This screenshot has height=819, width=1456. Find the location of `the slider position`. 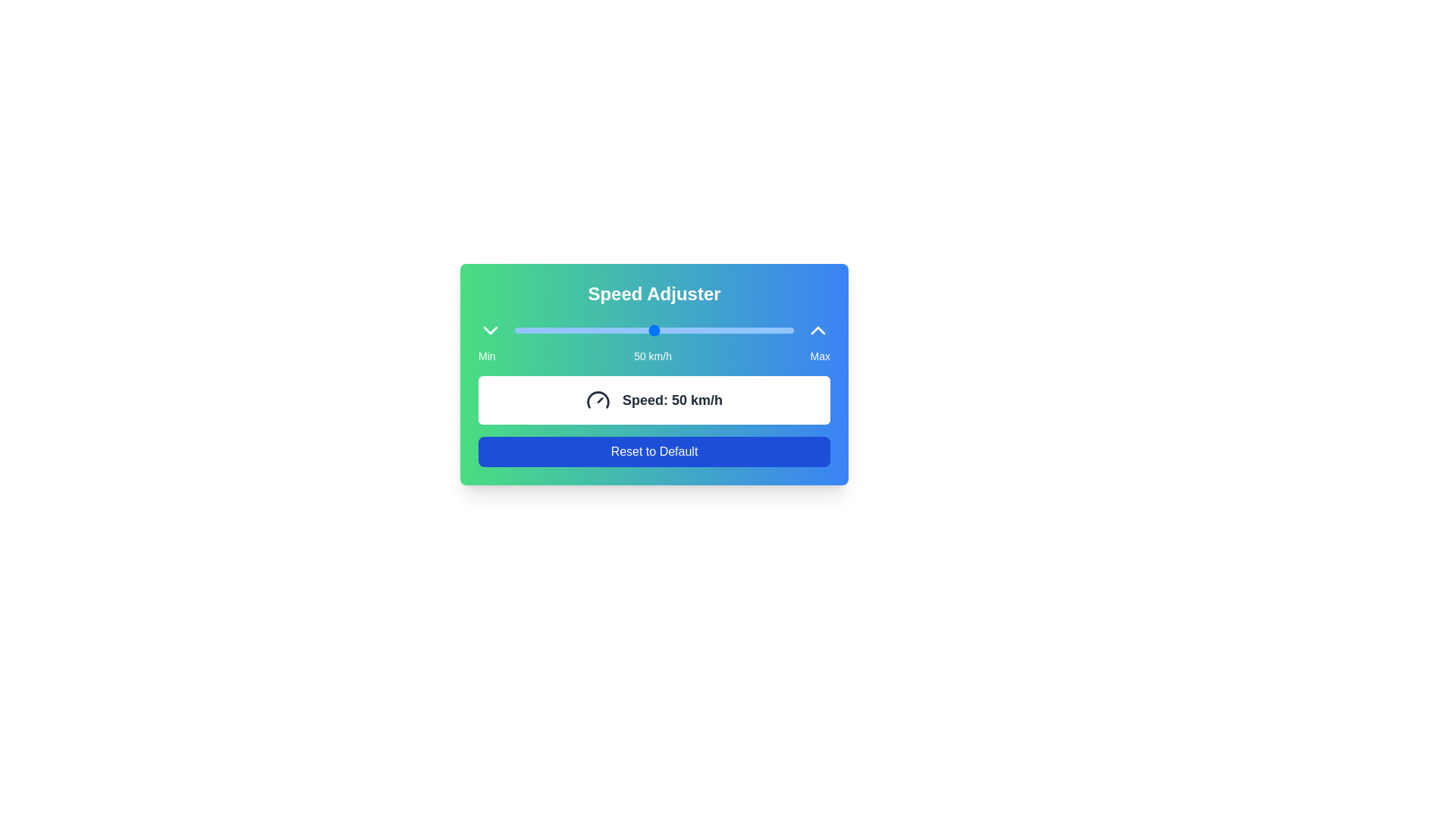

the slider position is located at coordinates (790, 329).